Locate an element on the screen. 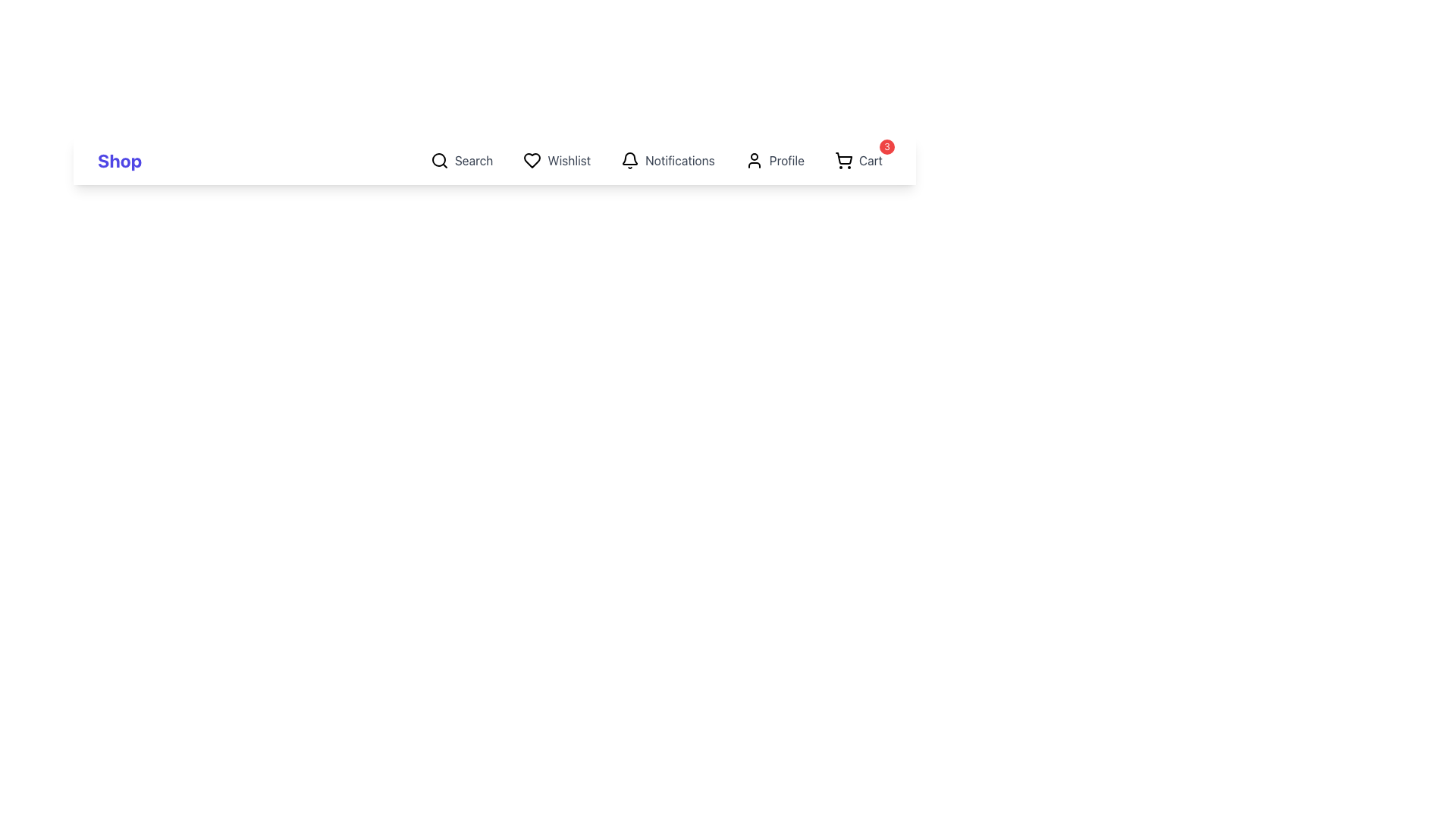 The height and width of the screenshot is (819, 1456). the shopping cart icon in the top-right section of the navigation bar to proceed to the shopping cart page is located at coordinates (843, 158).